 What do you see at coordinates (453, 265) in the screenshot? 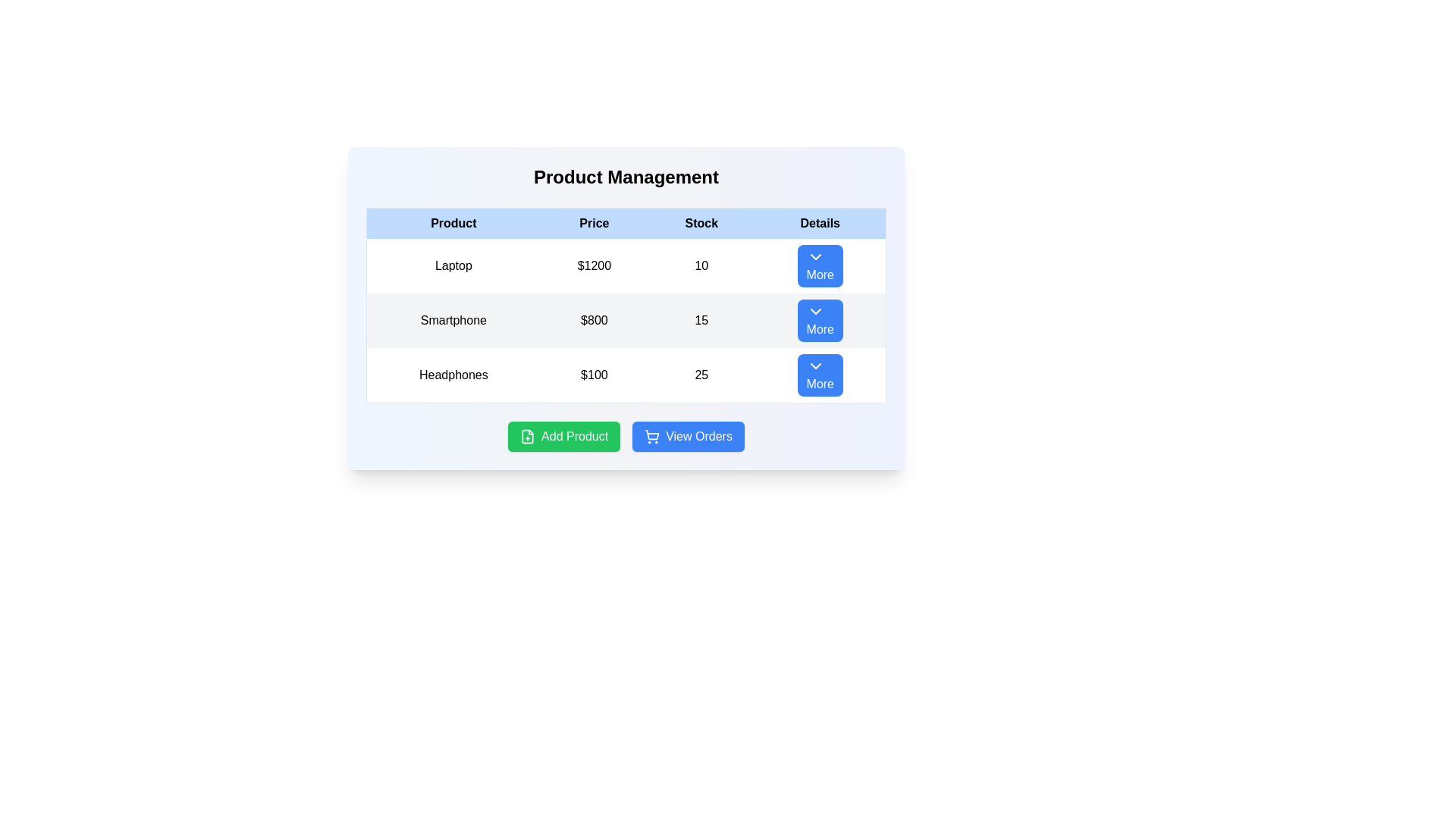
I see `the text label displaying the product name of the first item in the list, located under the 'Product' column in the tabular layout` at bounding box center [453, 265].